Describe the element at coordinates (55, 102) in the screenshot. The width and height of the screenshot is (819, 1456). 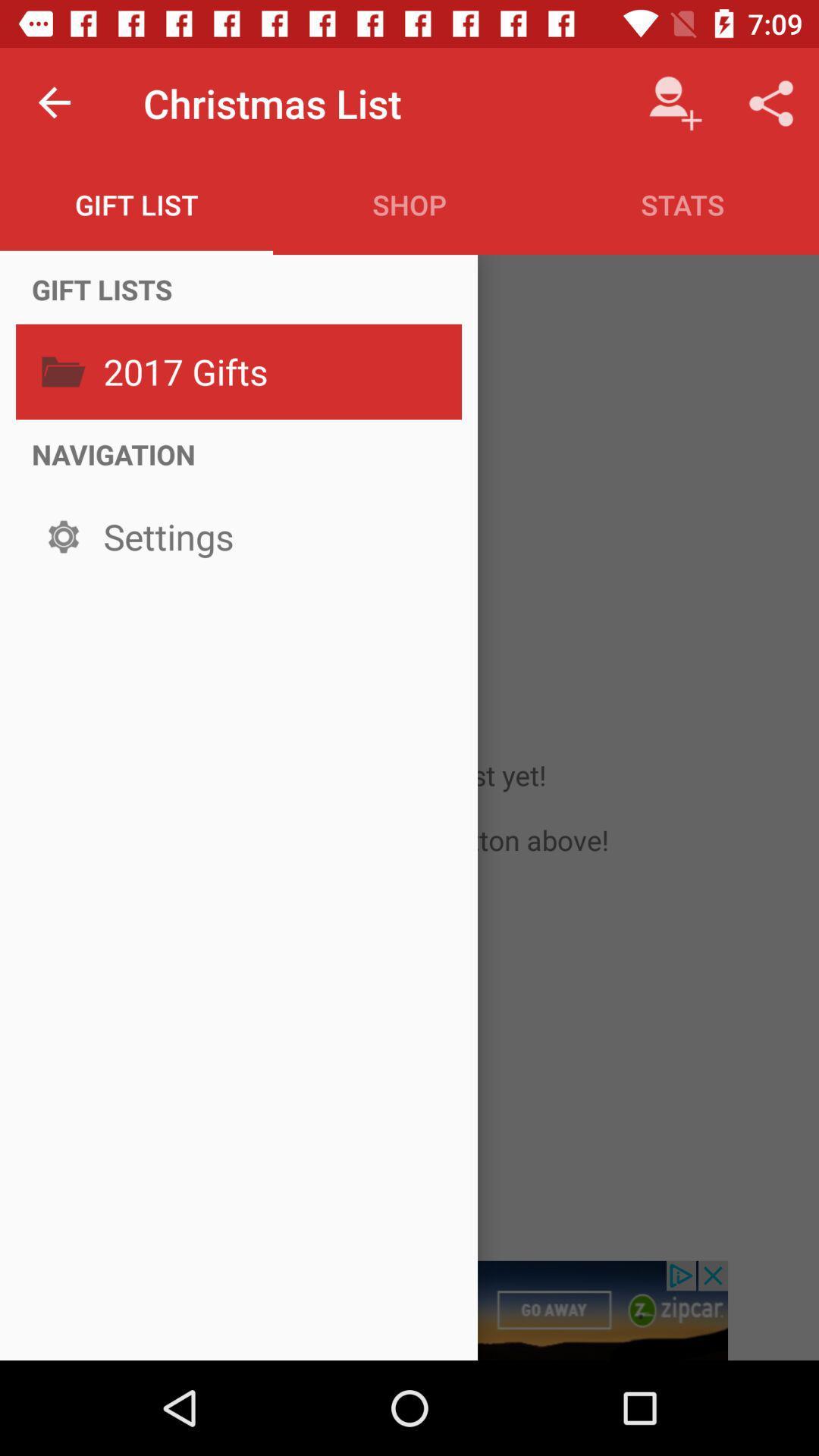
I see `item to the left of the christmas list item` at that location.